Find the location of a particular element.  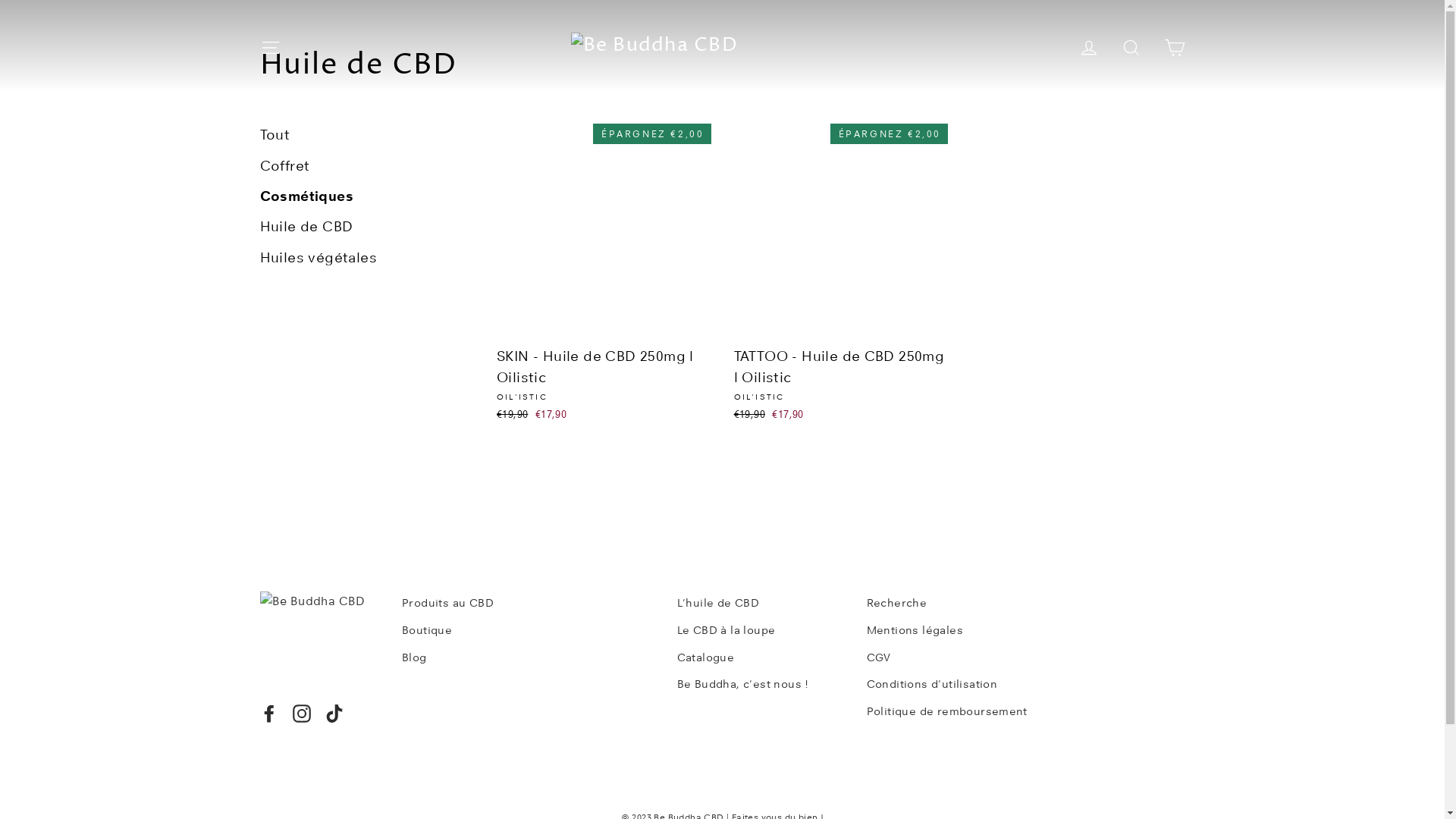

'Politique de remboursement' is located at coordinates (866, 711).